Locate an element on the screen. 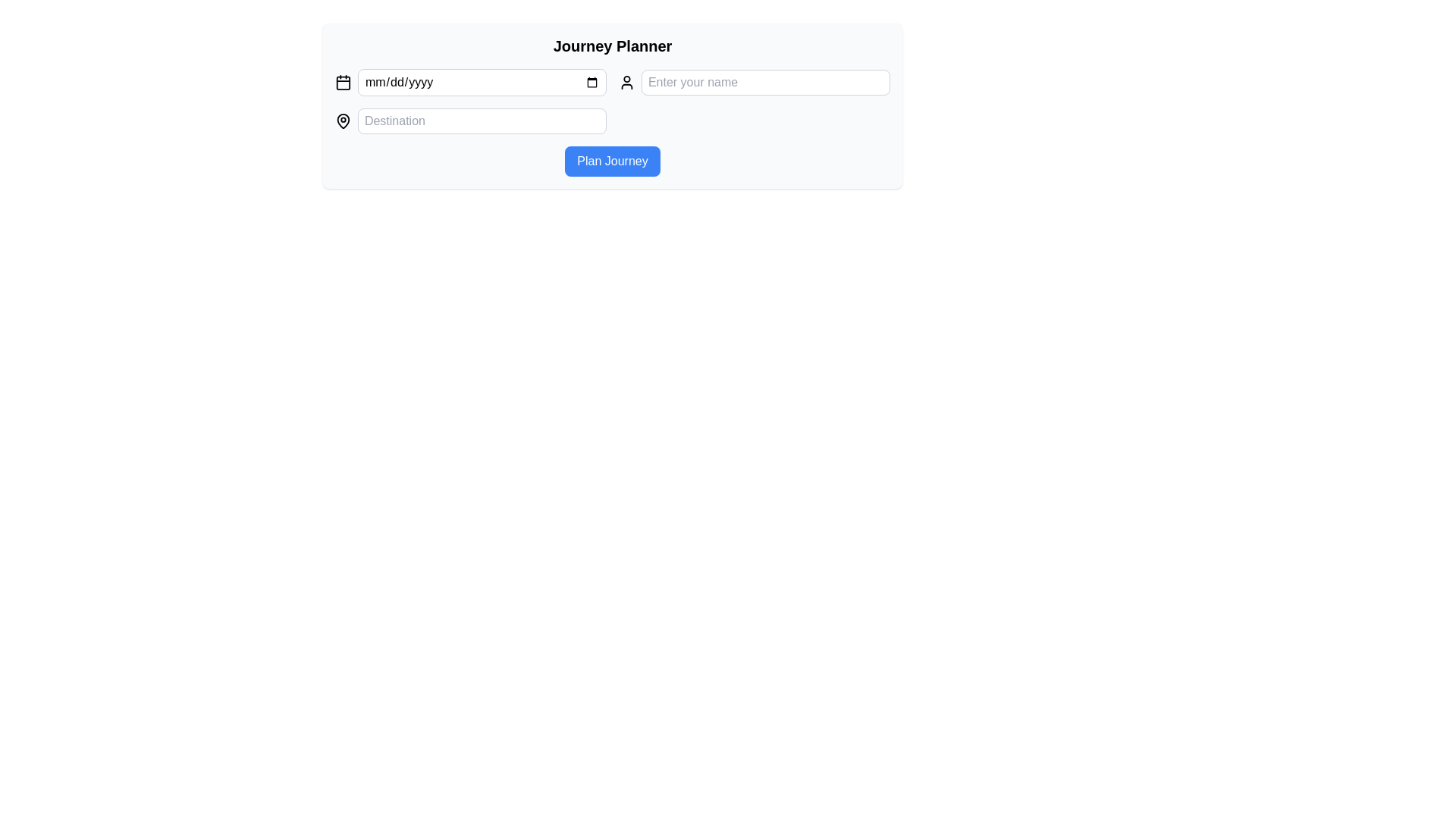  the small, black-stroked calendar icon located at the far left of the row containing input fields, which is the first item in the sequence before the date input field is located at coordinates (342, 82).